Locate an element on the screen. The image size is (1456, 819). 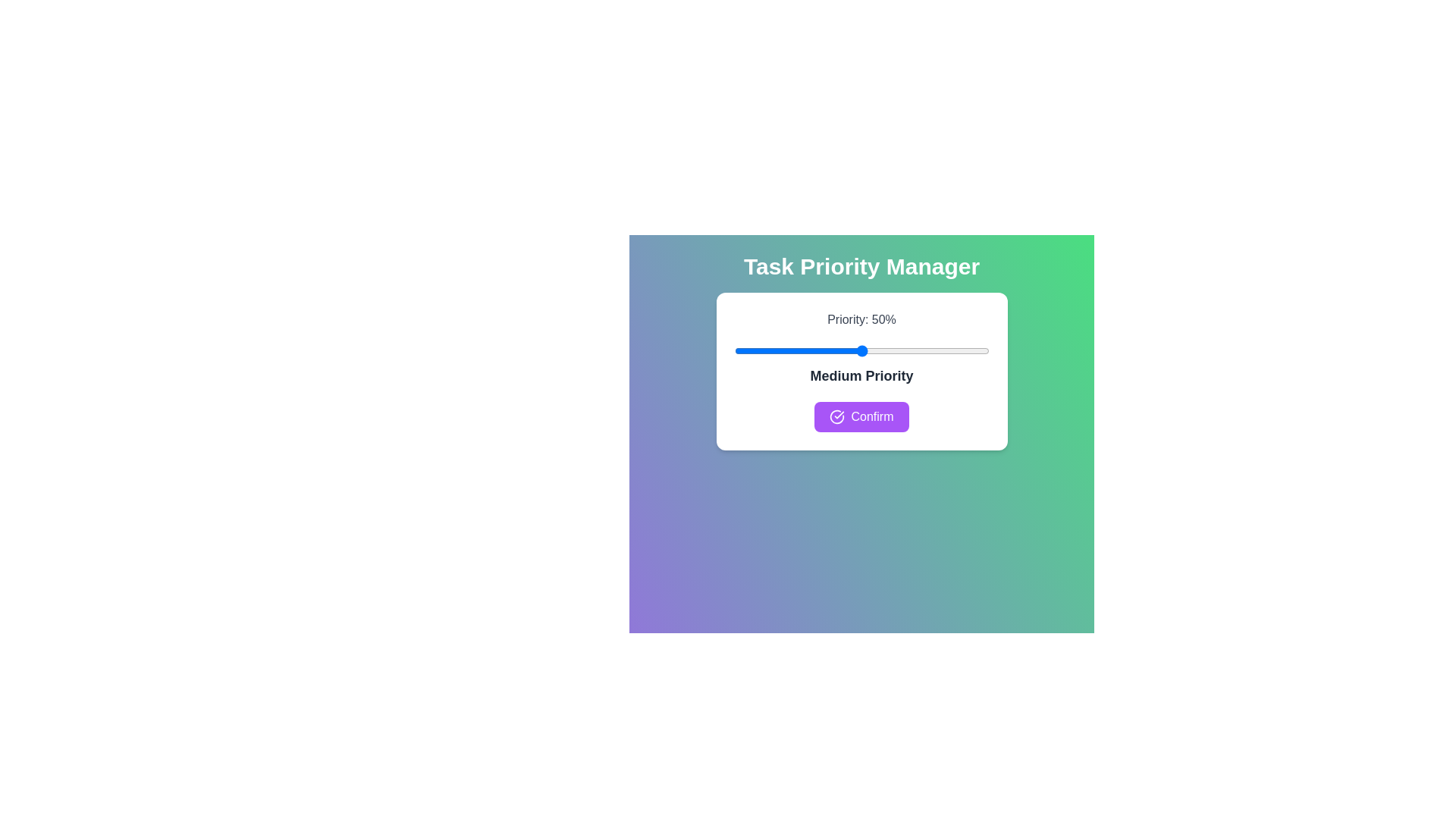
the slider to set the priority to 47% is located at coordinates (854, 350).